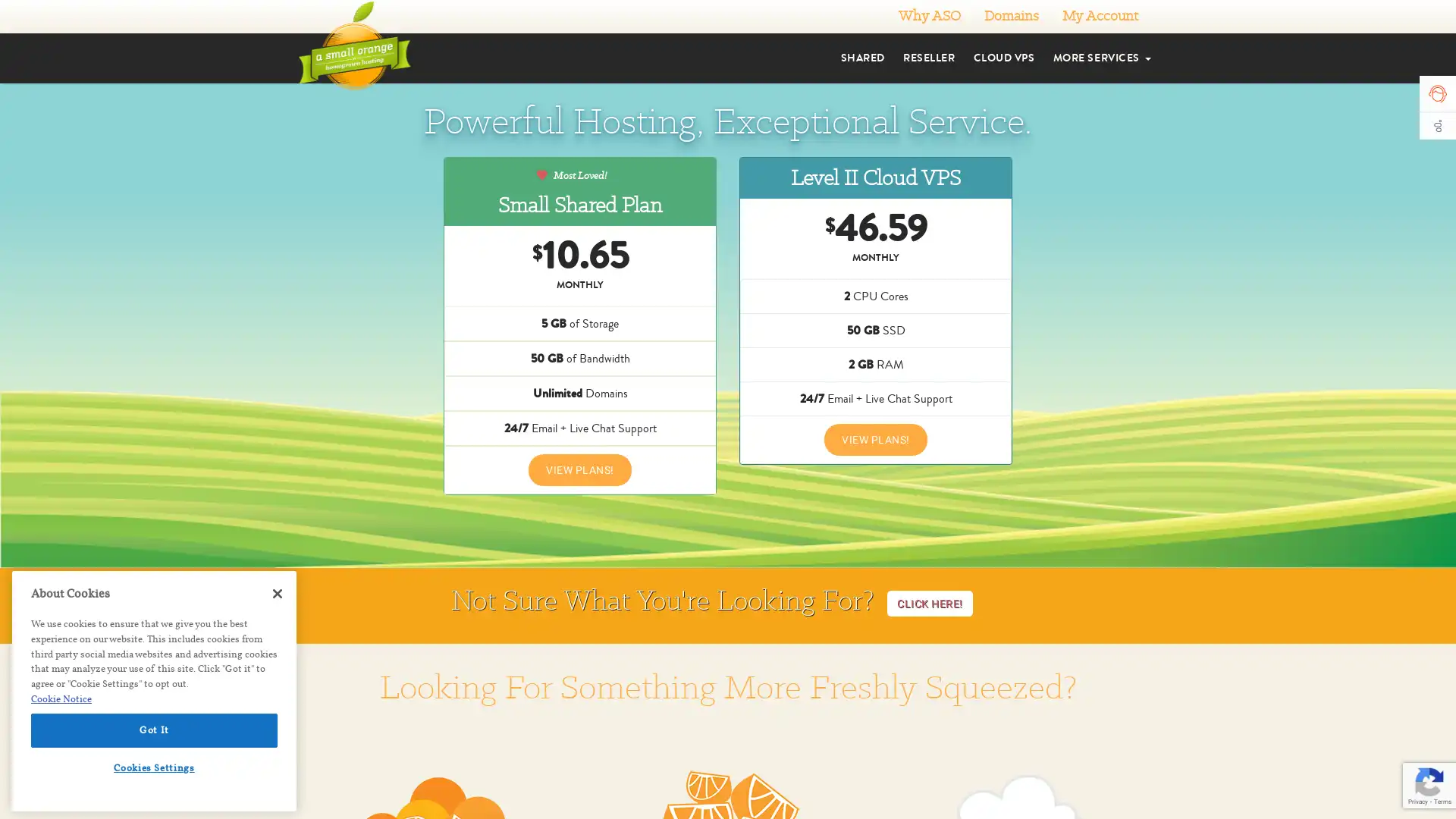  What do you see at coordinates (154, 767) in the screenshot?
I see `Cookies Settings` at bounding box center [154, 767].